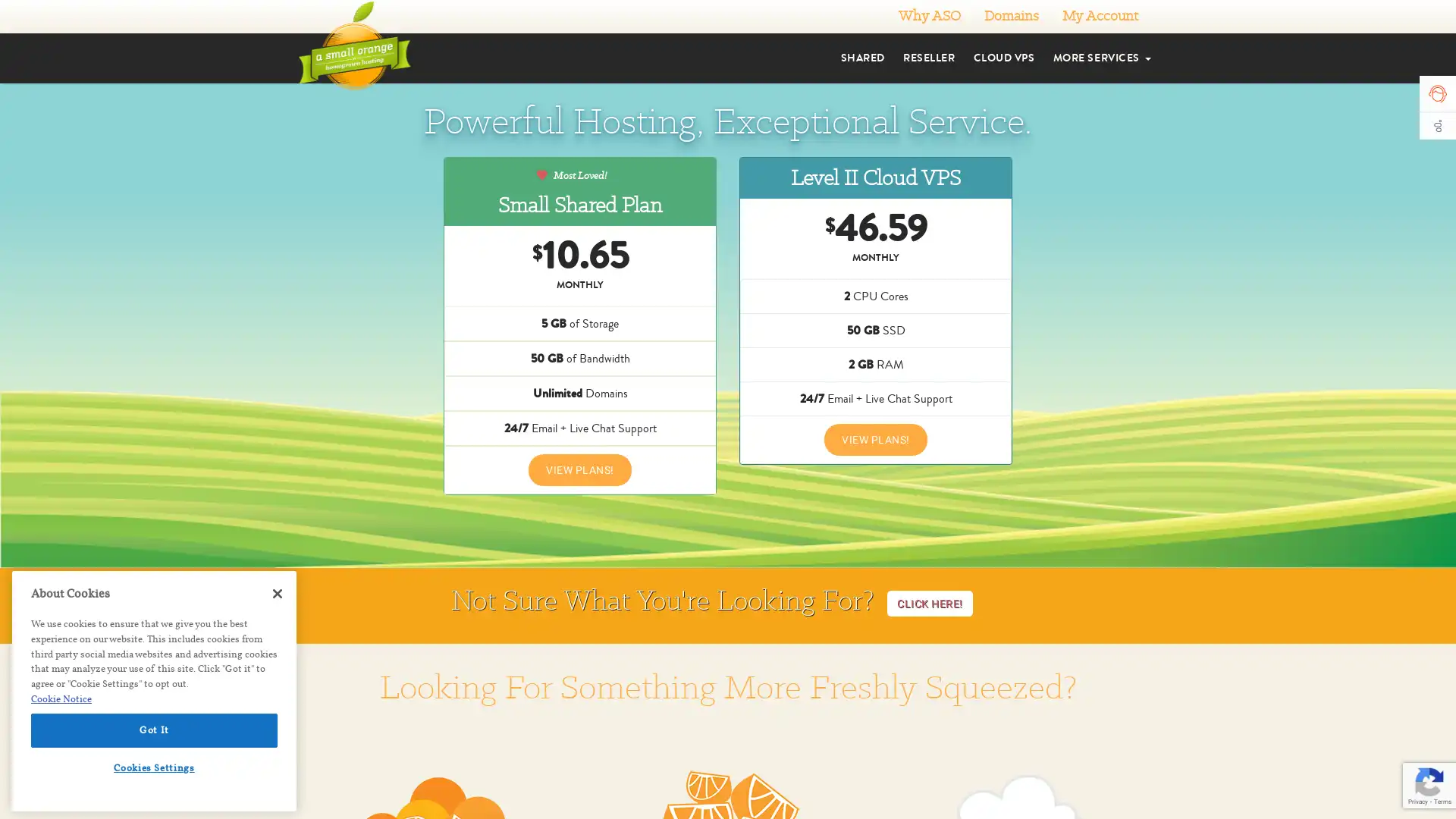  What do you see at coordinates (154, 767) in the screenshot?
I see `Cookies Settings` at bounding box center [154, 767].